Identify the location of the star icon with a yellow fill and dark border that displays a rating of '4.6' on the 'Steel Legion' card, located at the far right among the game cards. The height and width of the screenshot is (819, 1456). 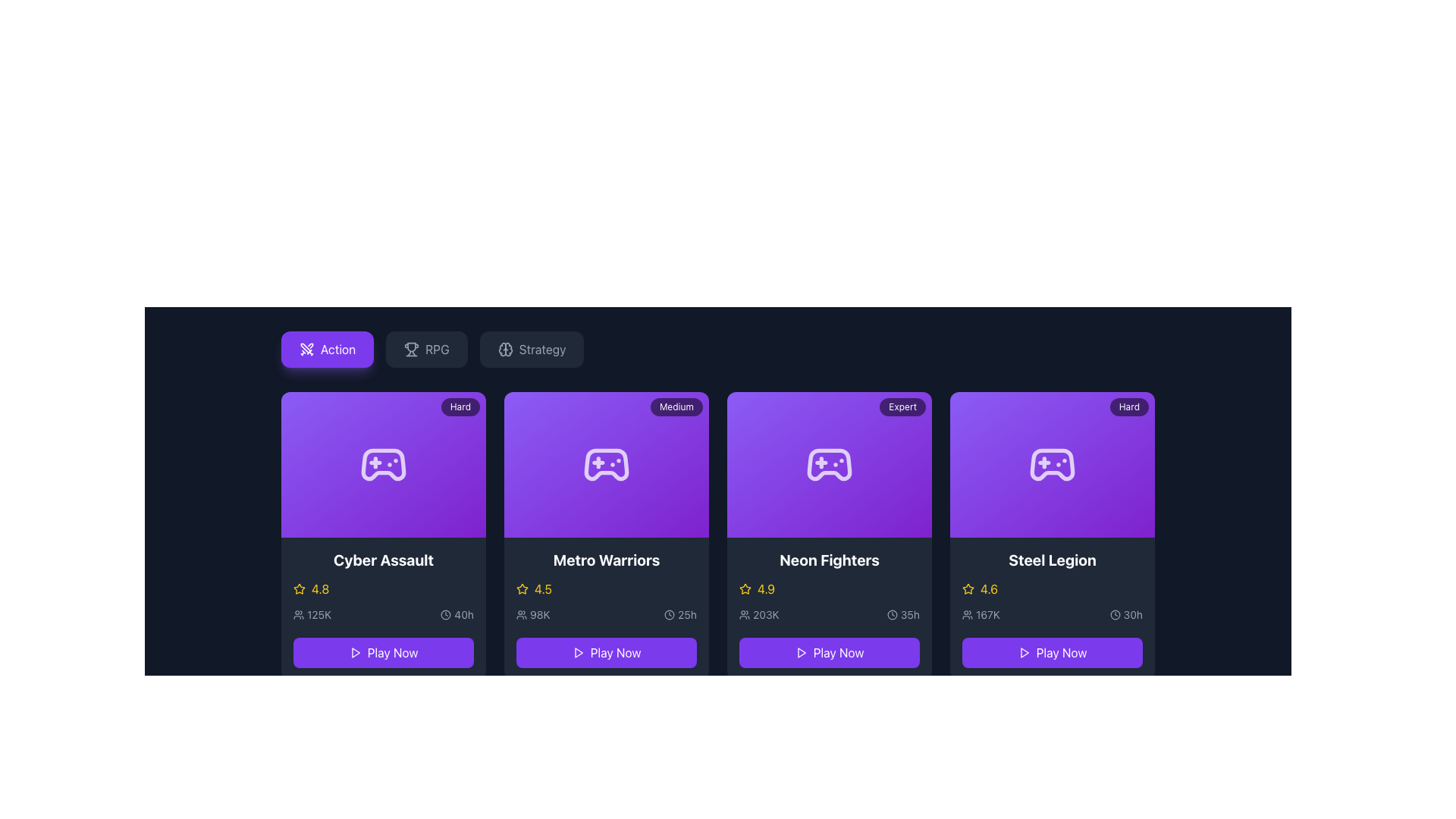
(967, 588).